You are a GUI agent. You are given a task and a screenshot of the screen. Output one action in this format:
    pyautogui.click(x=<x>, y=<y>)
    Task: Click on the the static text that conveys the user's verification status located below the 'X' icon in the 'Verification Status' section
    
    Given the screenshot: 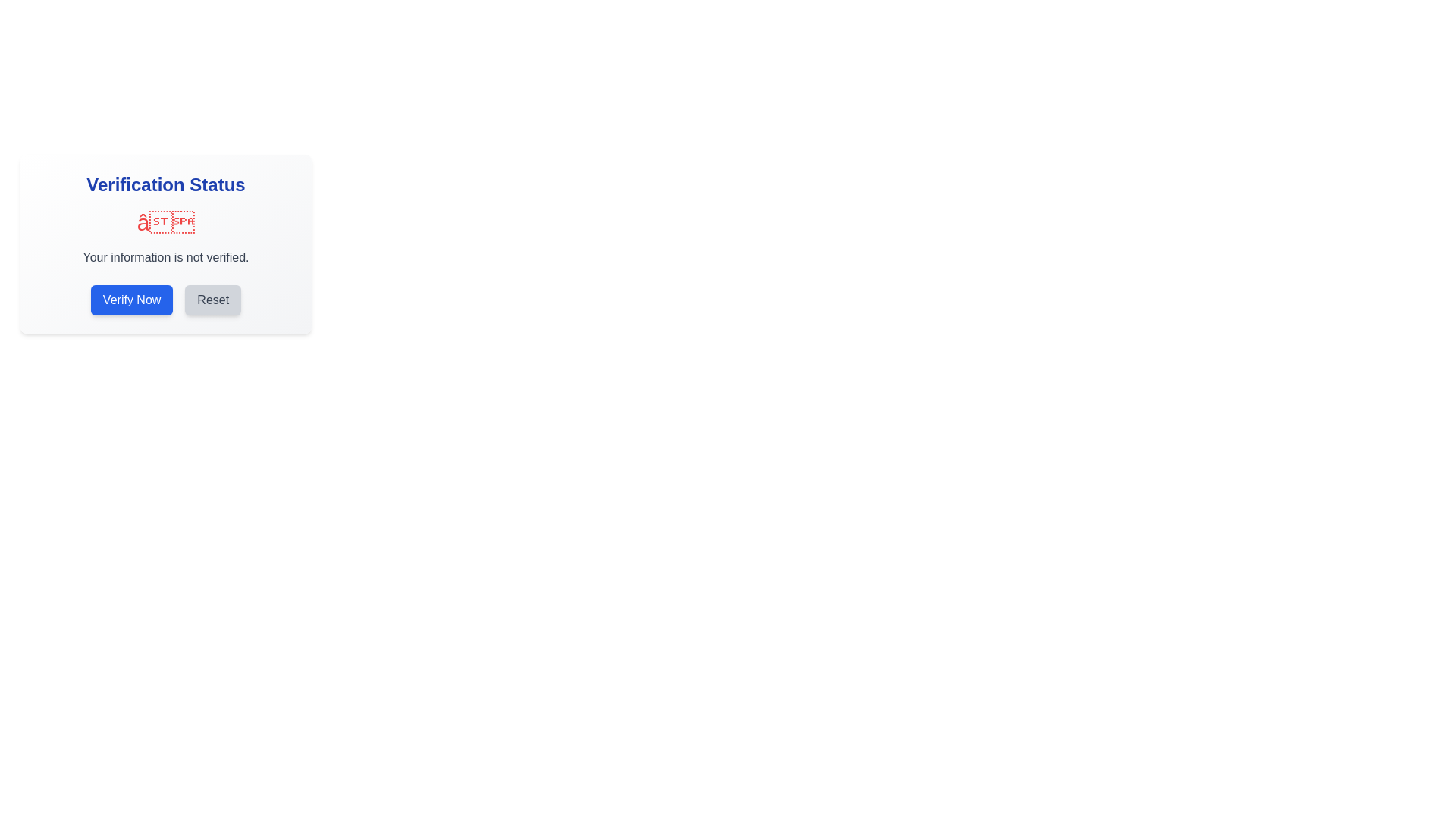 What is the action you would take?
    pyautogui.click(x=166, y=256)
    